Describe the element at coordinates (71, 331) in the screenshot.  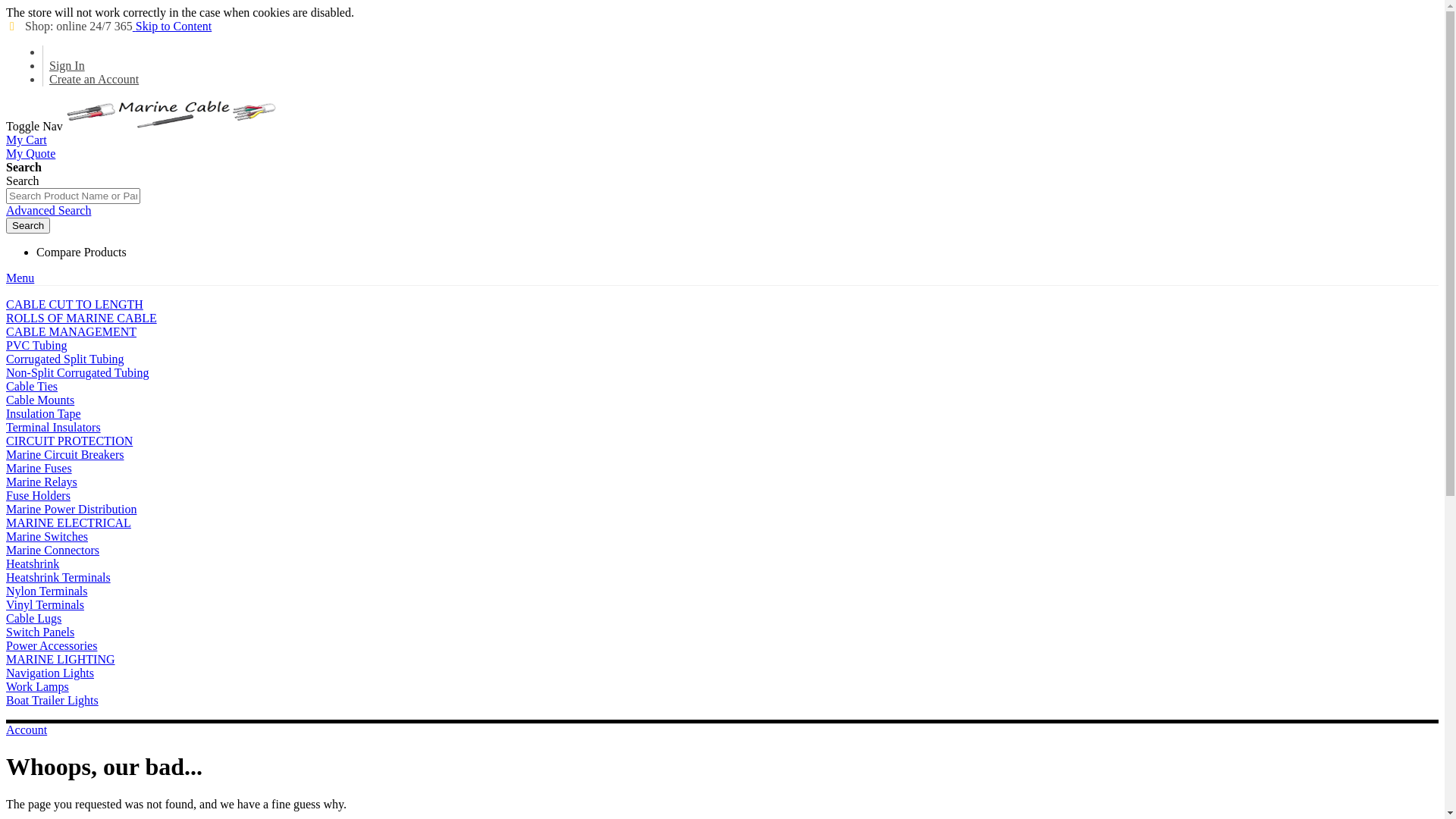
I see `'CABLE MANAGEMENT'` at that location.